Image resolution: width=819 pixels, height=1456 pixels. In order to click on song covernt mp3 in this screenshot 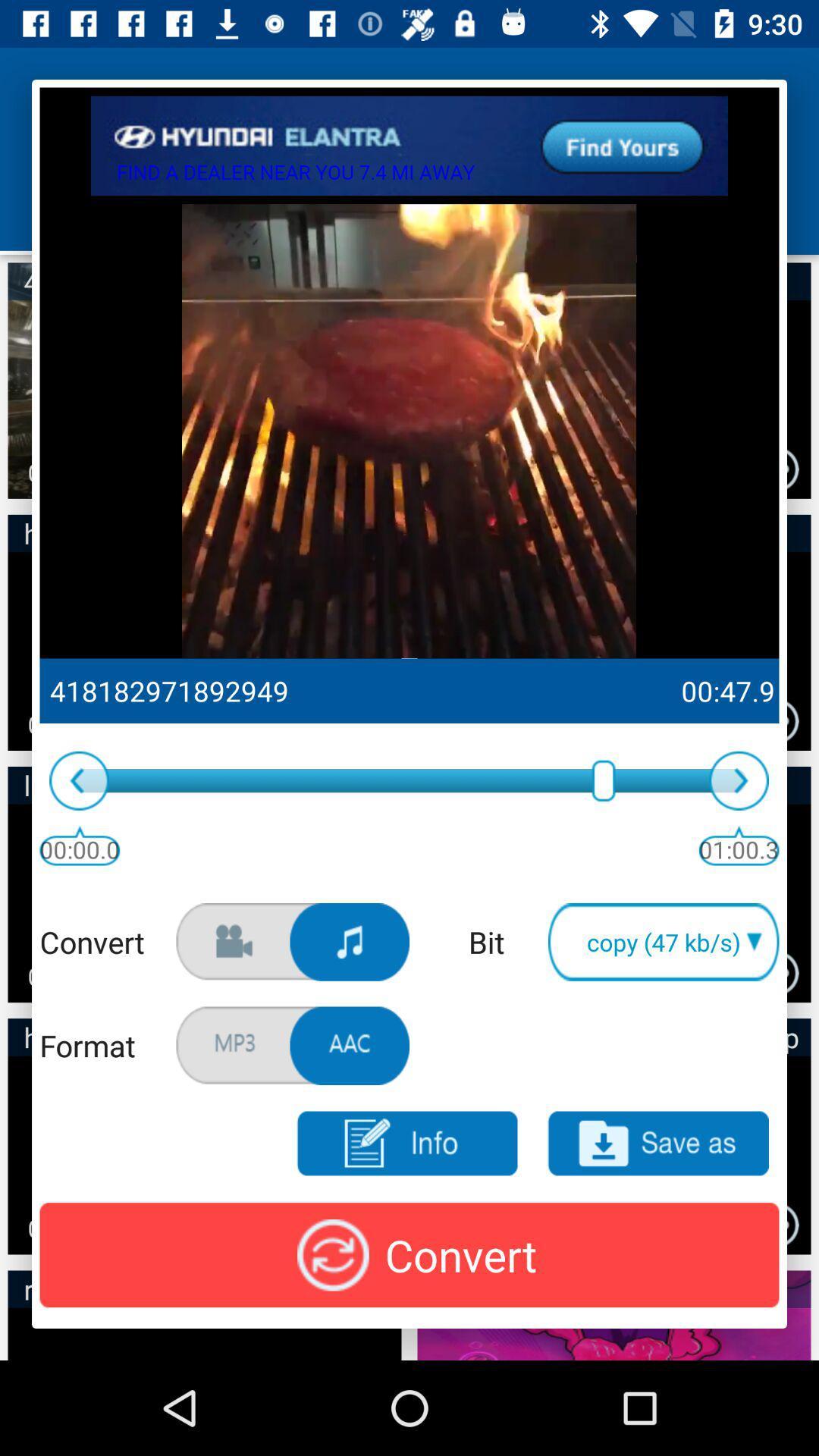, I will do `click(350, 941)`.